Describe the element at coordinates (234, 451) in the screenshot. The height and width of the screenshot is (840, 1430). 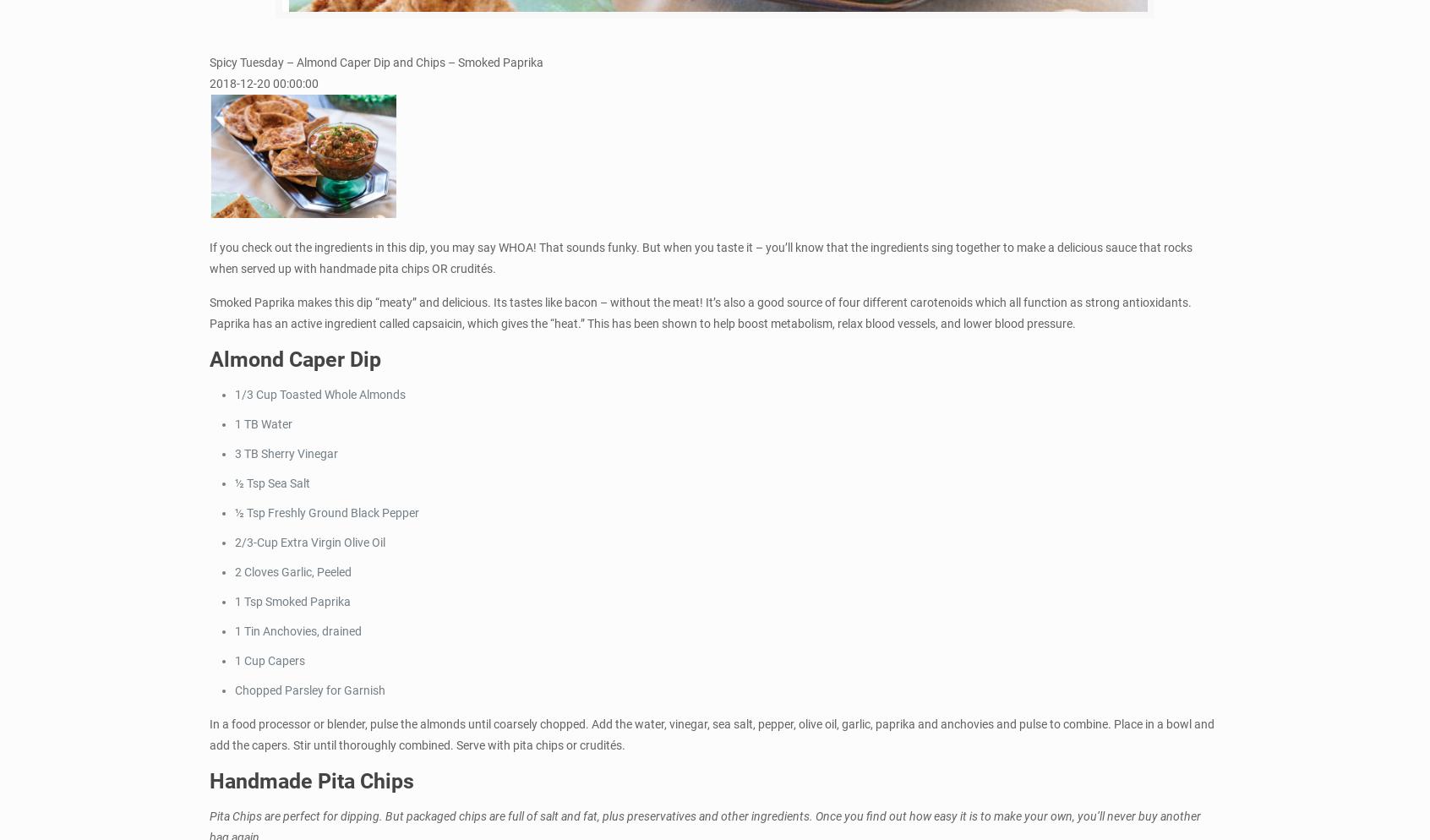
I see `'3 TB Sherry Vinegar'` at that location.